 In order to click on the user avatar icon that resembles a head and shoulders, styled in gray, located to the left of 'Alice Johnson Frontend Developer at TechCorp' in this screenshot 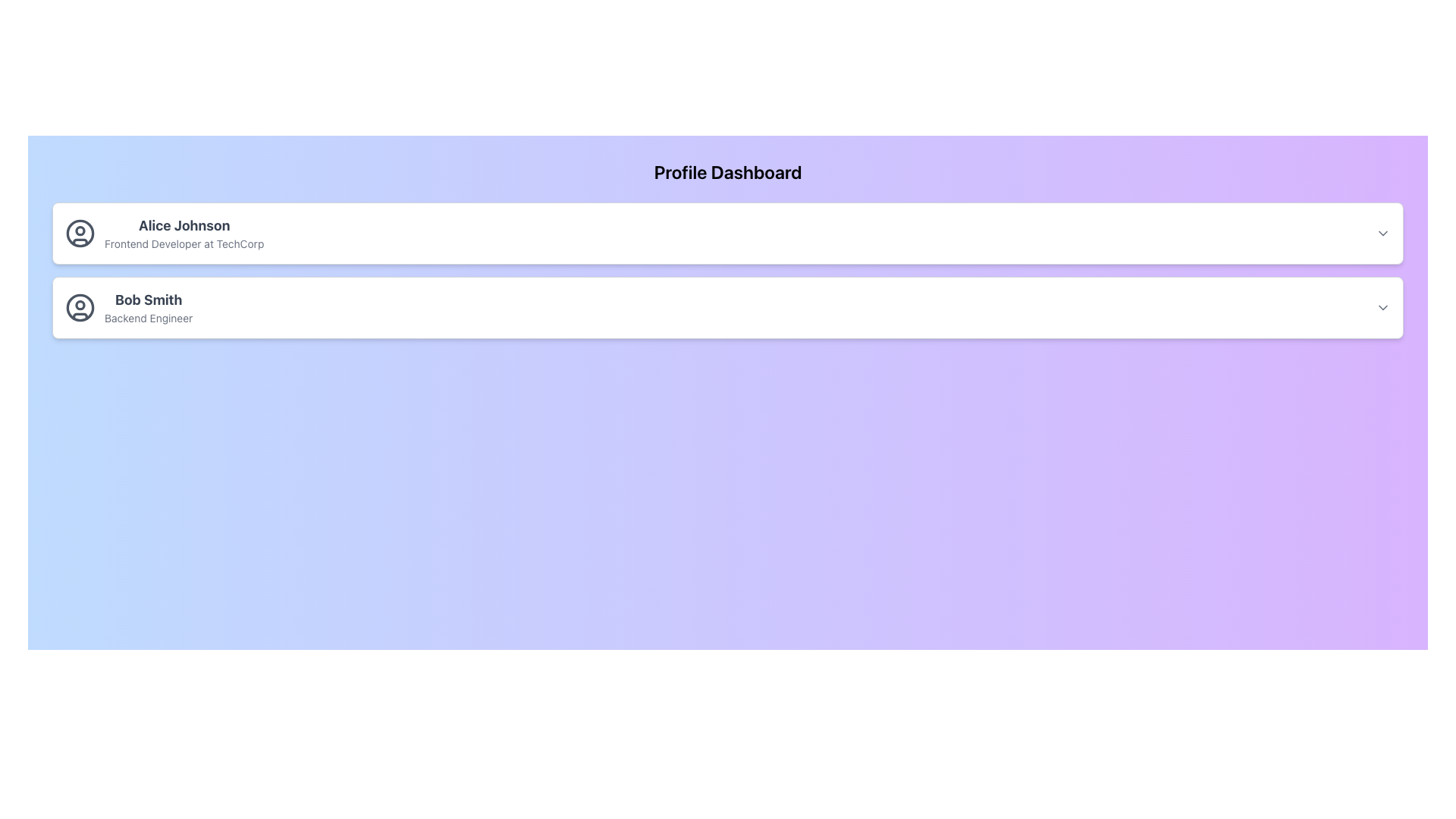, I will do `click(79, 234)`.